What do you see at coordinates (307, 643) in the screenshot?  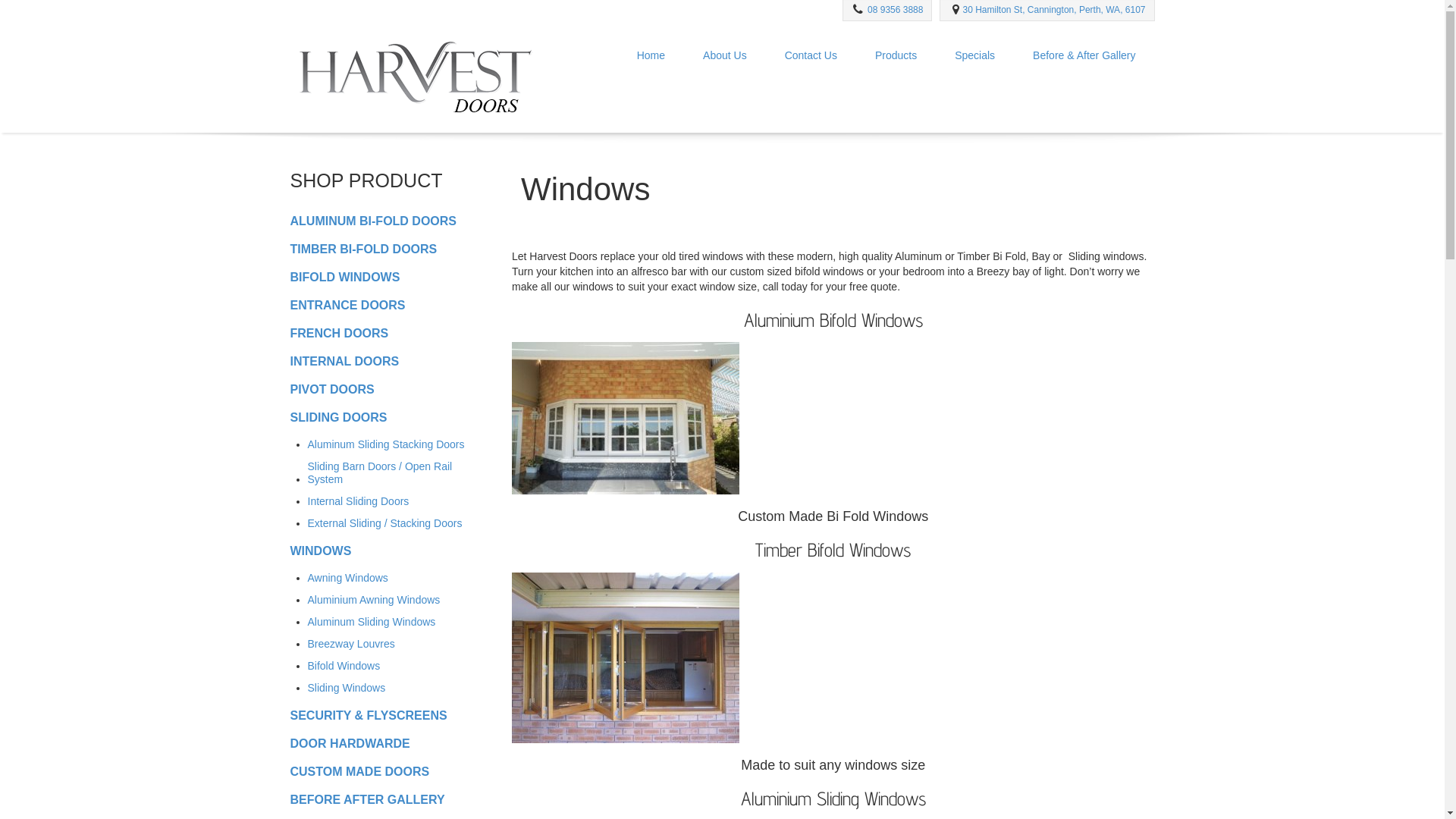 I see `'Breezway Louvres'` at bounding box center [307, 643].